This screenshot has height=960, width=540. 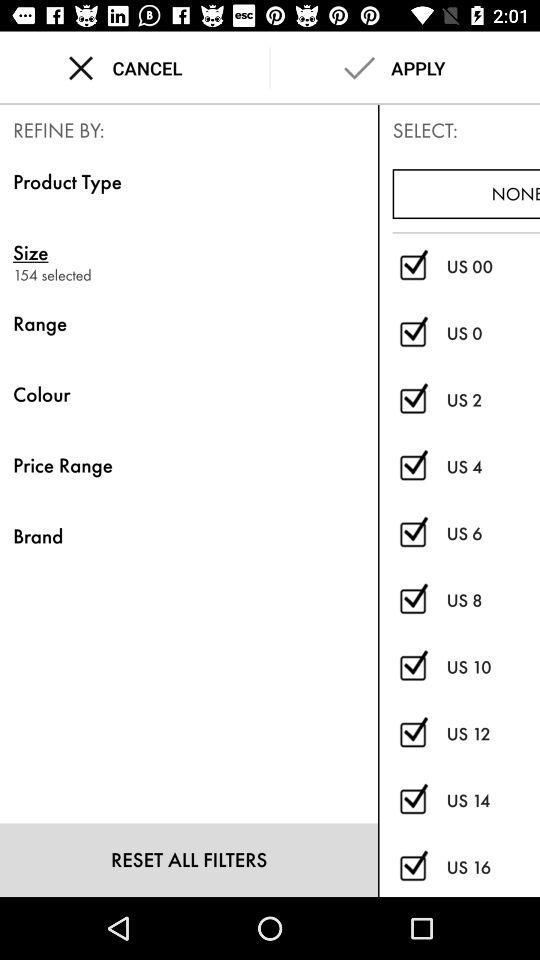 What do you see at coordinates (412, 533) in the screenshot?
I see `size` at bounding box center [412, 533].